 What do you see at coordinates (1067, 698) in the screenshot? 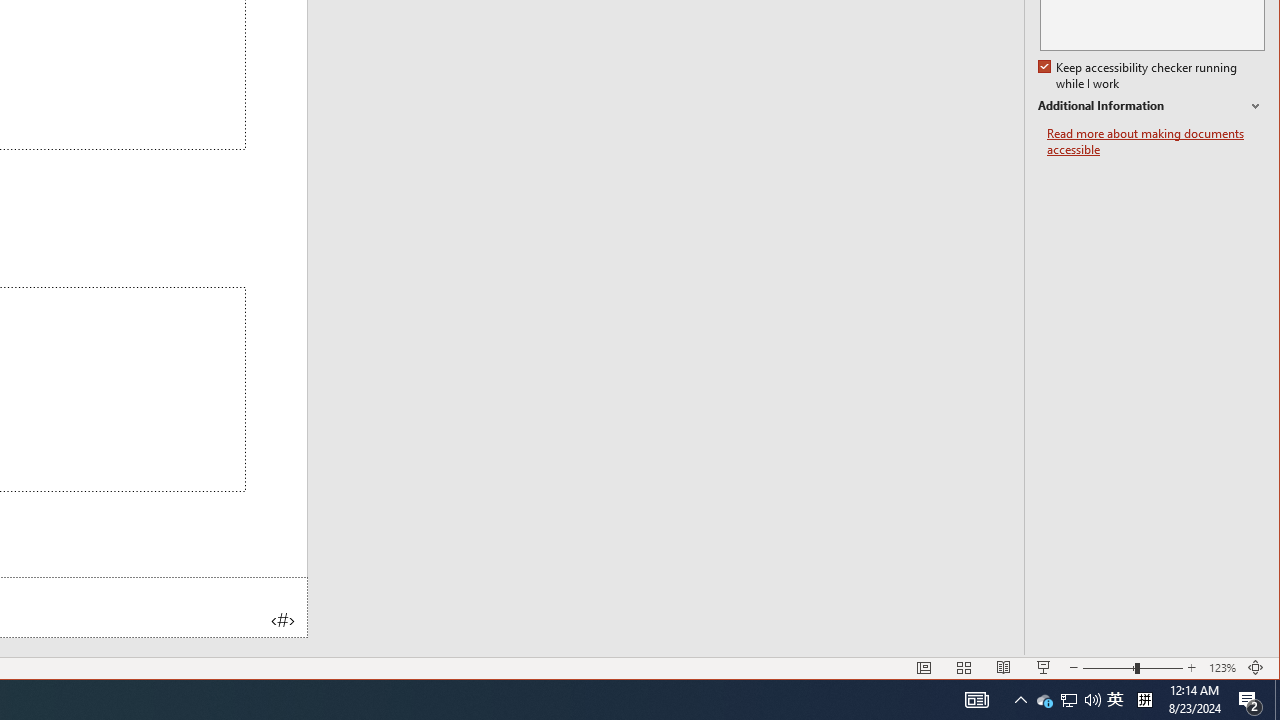
I see `'User Promoted Notification Area'` at bounding box center [1067, 698].